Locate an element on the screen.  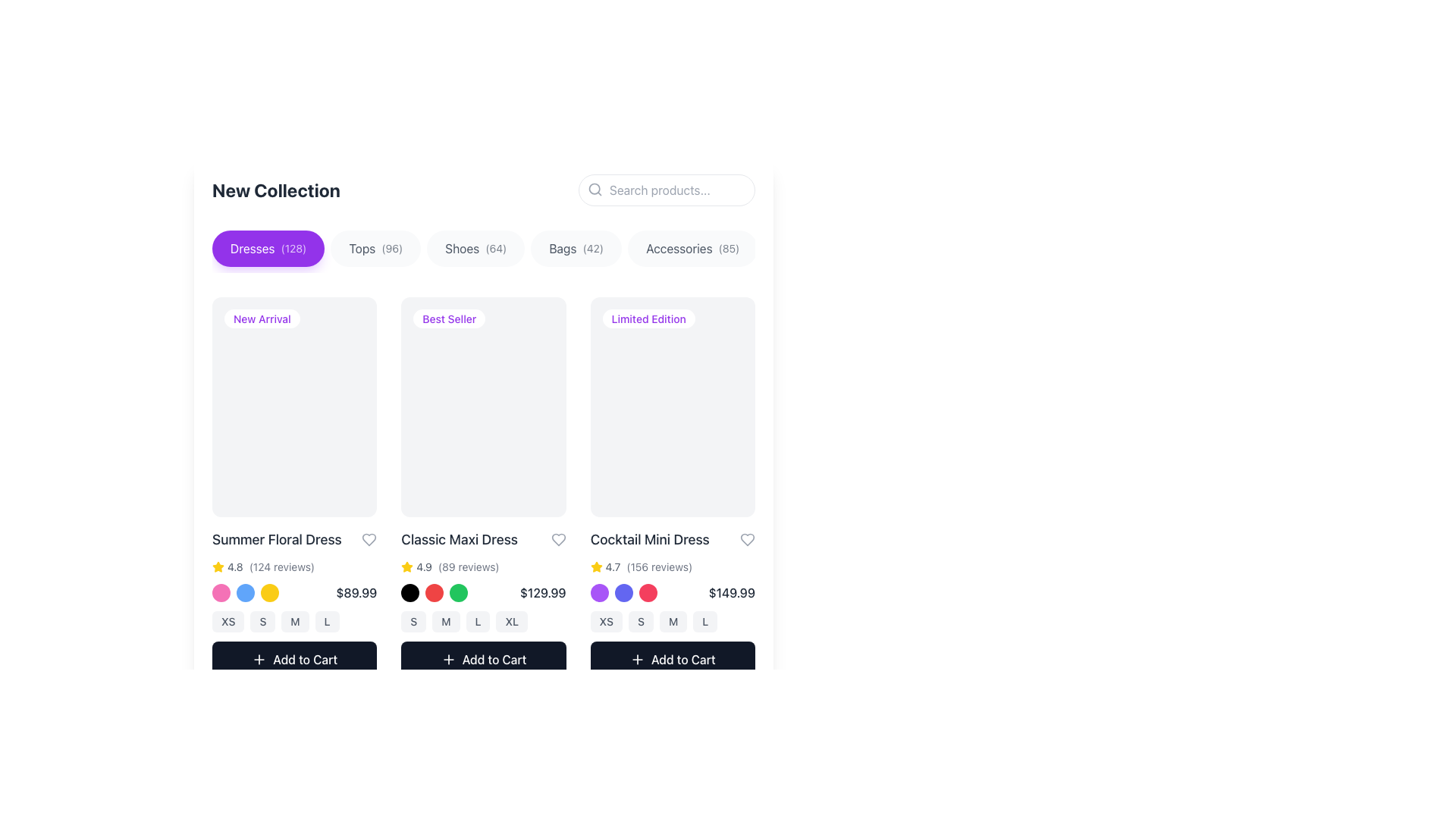
the star-shaped rating icon that is golden yellow, indicating an active rating, located in the second product section from the left, just above the price information and to the left of the '4.9 (89 reviews)' text is located at coordinates (407, 566).